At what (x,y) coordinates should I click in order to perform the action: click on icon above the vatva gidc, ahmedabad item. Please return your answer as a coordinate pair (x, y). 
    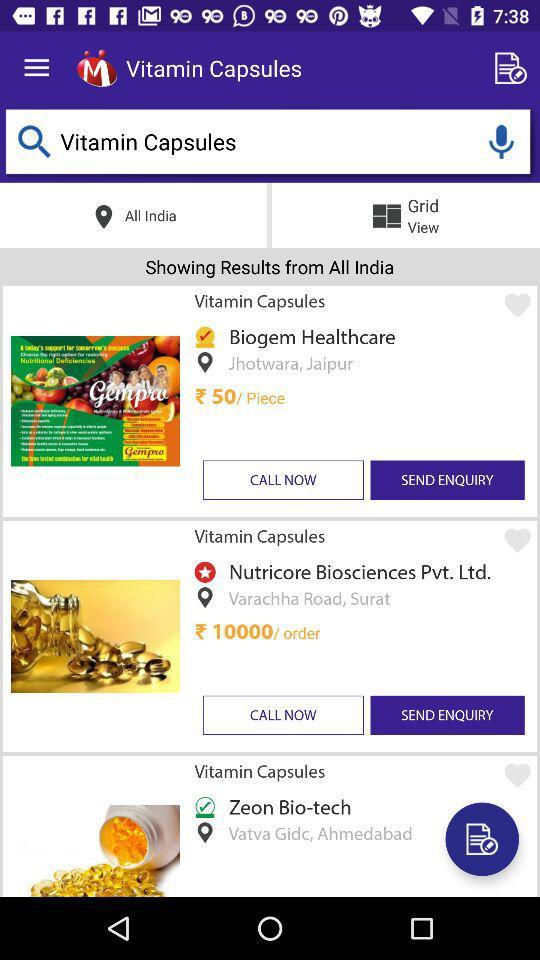
    Looking at the image, I should click on (286, 806).